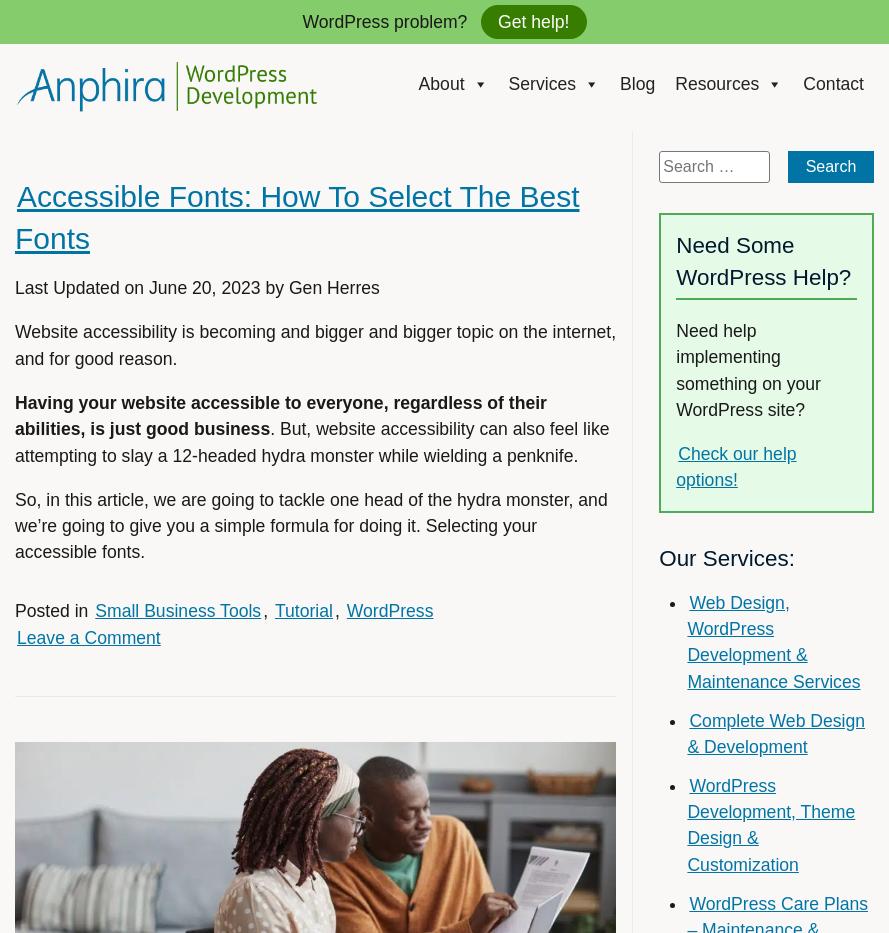  Describe the element at coordinates (273, 288) in the screenshot. I see `'by'` at that location.